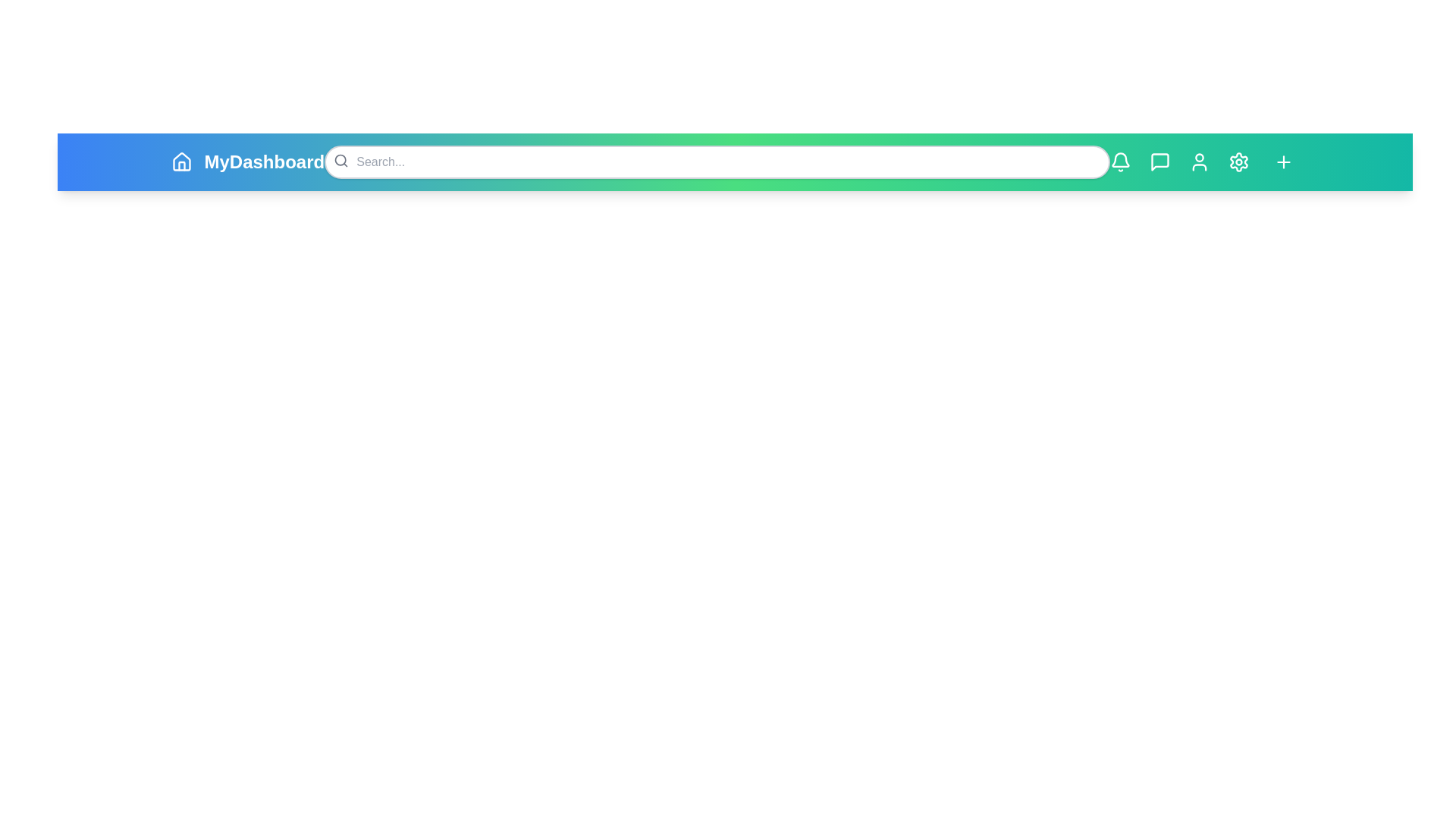 The width and height of the screenshot is (1456, 819). I want to click on the icon with Bell to view its hover effect, so click(1120, 162).